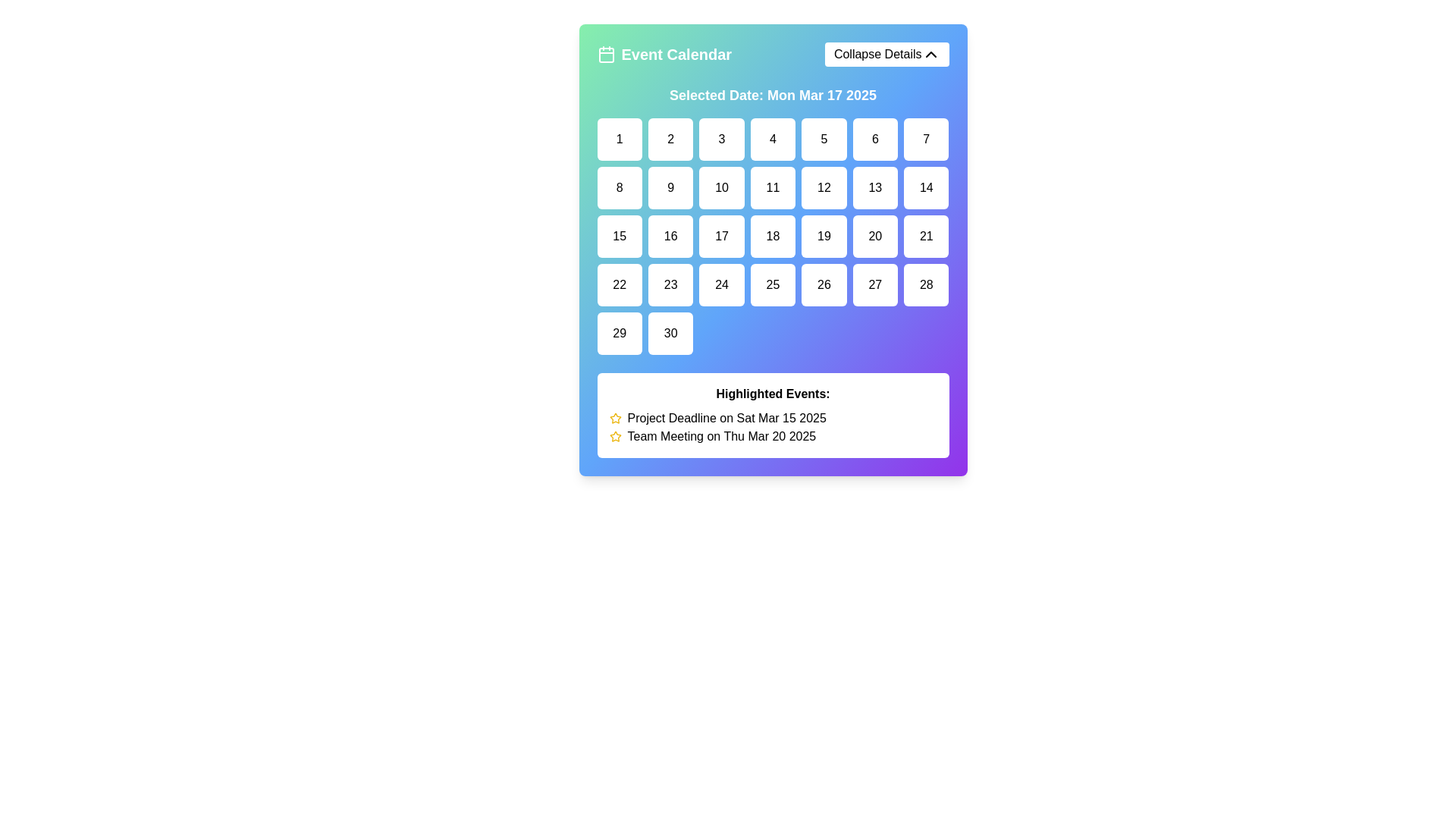  What do you see at coordinates (670, 237) in the screenshot?
I see `the calendar day button representing '16' to trigger a visual enlargement effect` at bounding box center [670, 237].